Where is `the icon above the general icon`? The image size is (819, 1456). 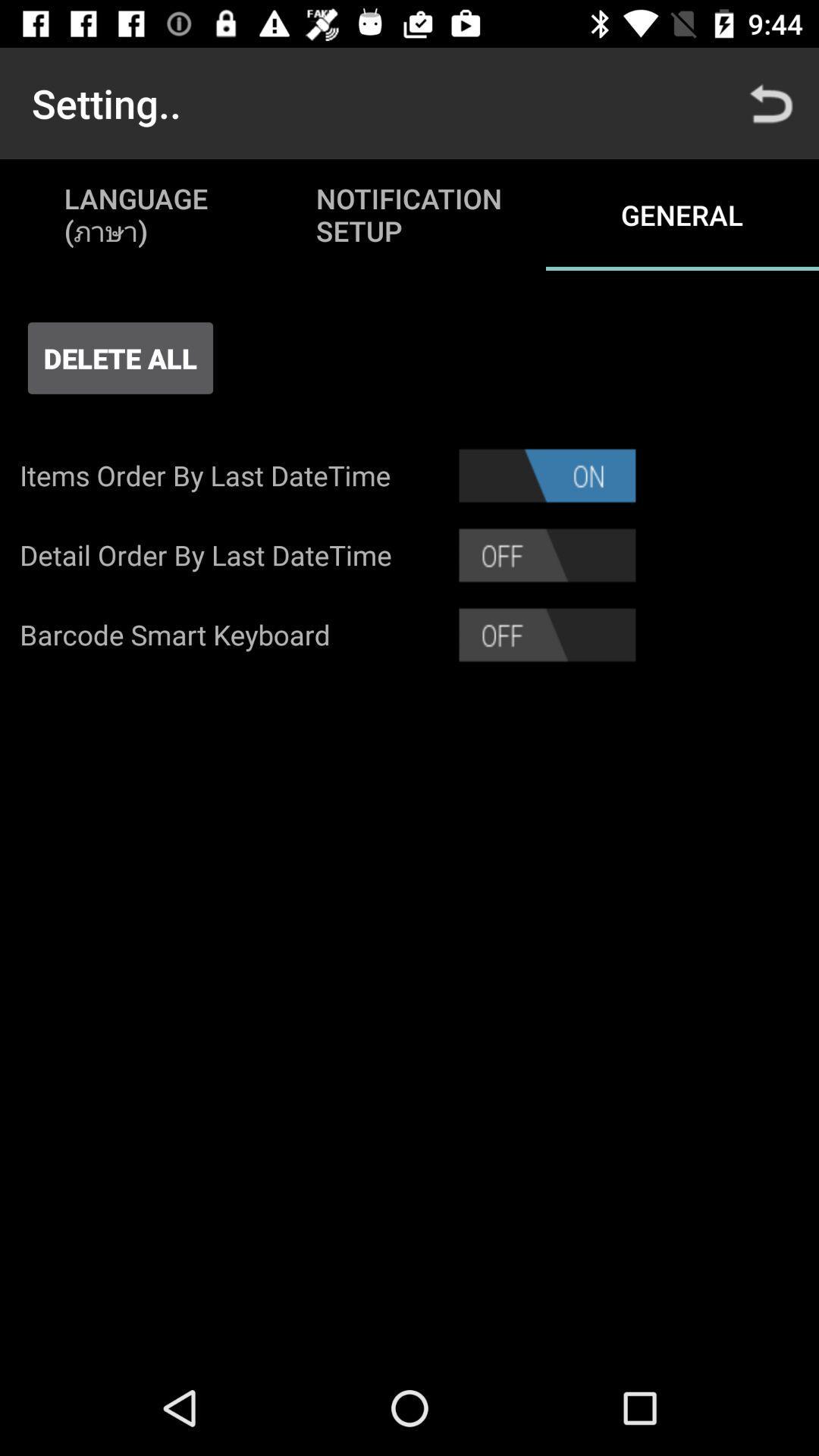 the icon above the general icon is located at coordinates (771, 102).